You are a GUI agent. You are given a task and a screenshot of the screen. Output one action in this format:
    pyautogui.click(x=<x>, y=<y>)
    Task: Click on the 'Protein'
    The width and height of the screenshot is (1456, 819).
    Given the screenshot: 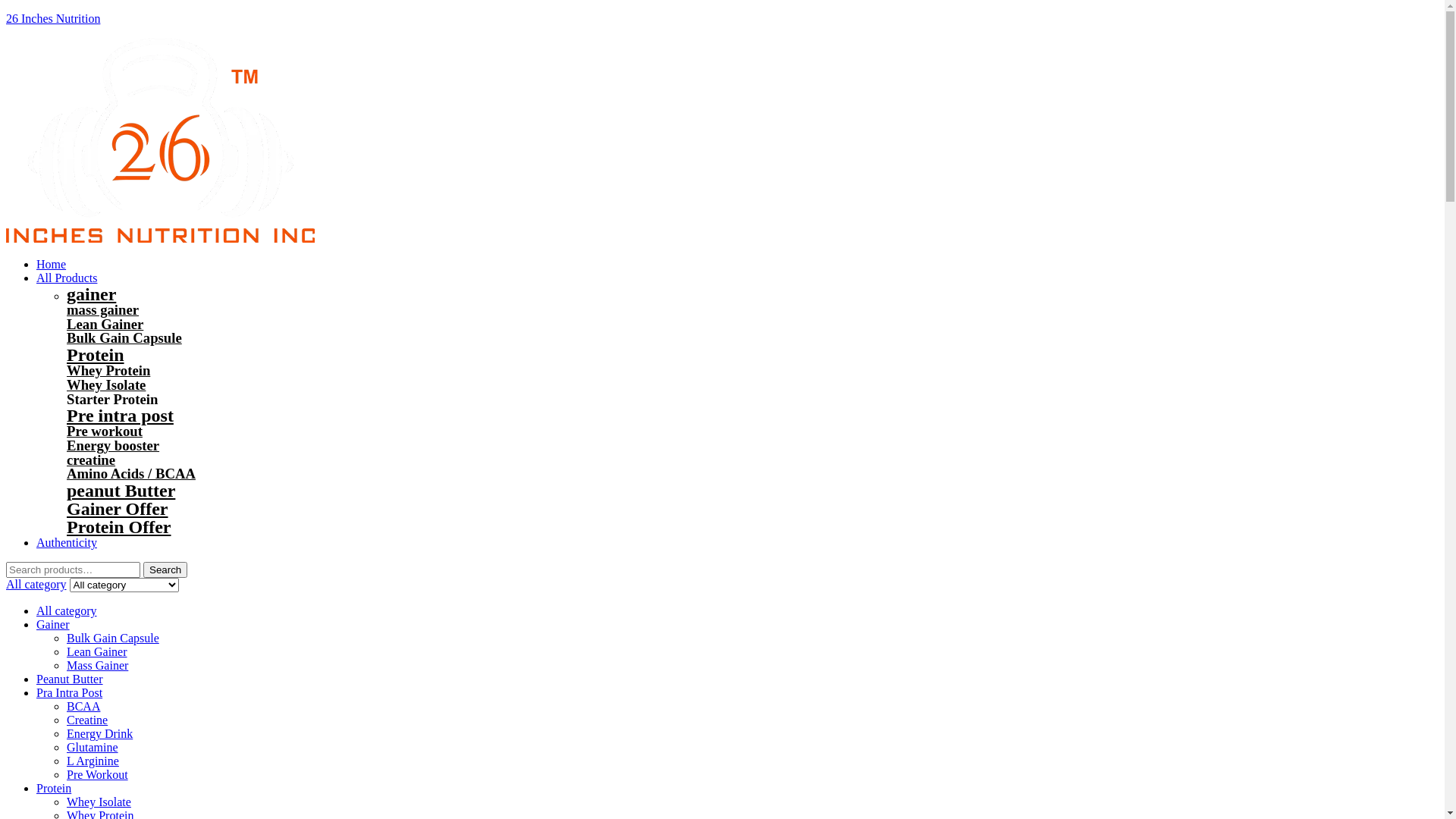 What is the action you would take?
    pyautogui.click(x=94, y=354)
    